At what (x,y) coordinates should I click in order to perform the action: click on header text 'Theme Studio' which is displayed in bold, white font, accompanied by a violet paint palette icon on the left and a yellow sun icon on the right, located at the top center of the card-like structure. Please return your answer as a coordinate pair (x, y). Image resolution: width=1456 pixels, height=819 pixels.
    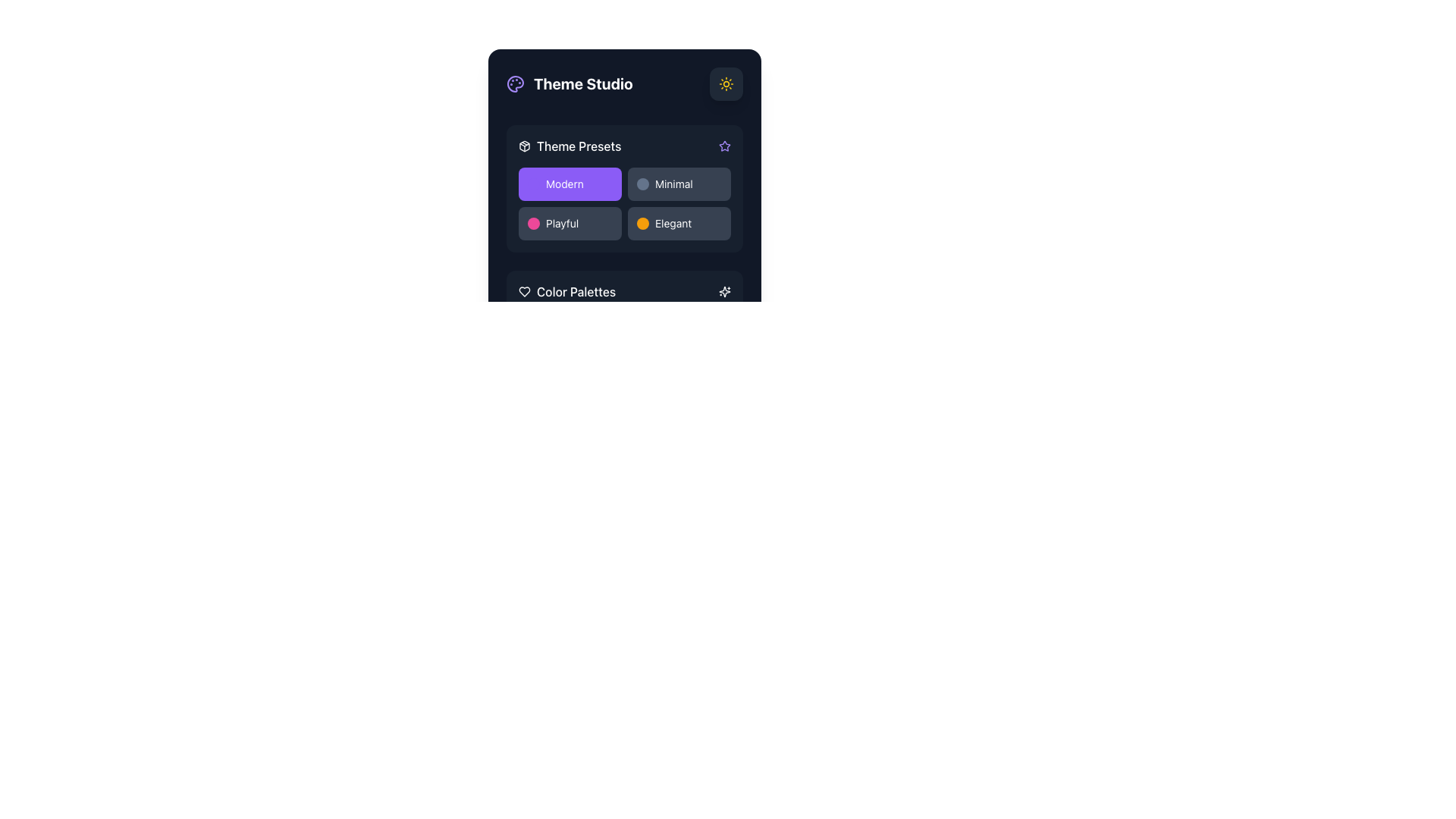
    Looking at the image, I should click on (625, 84).